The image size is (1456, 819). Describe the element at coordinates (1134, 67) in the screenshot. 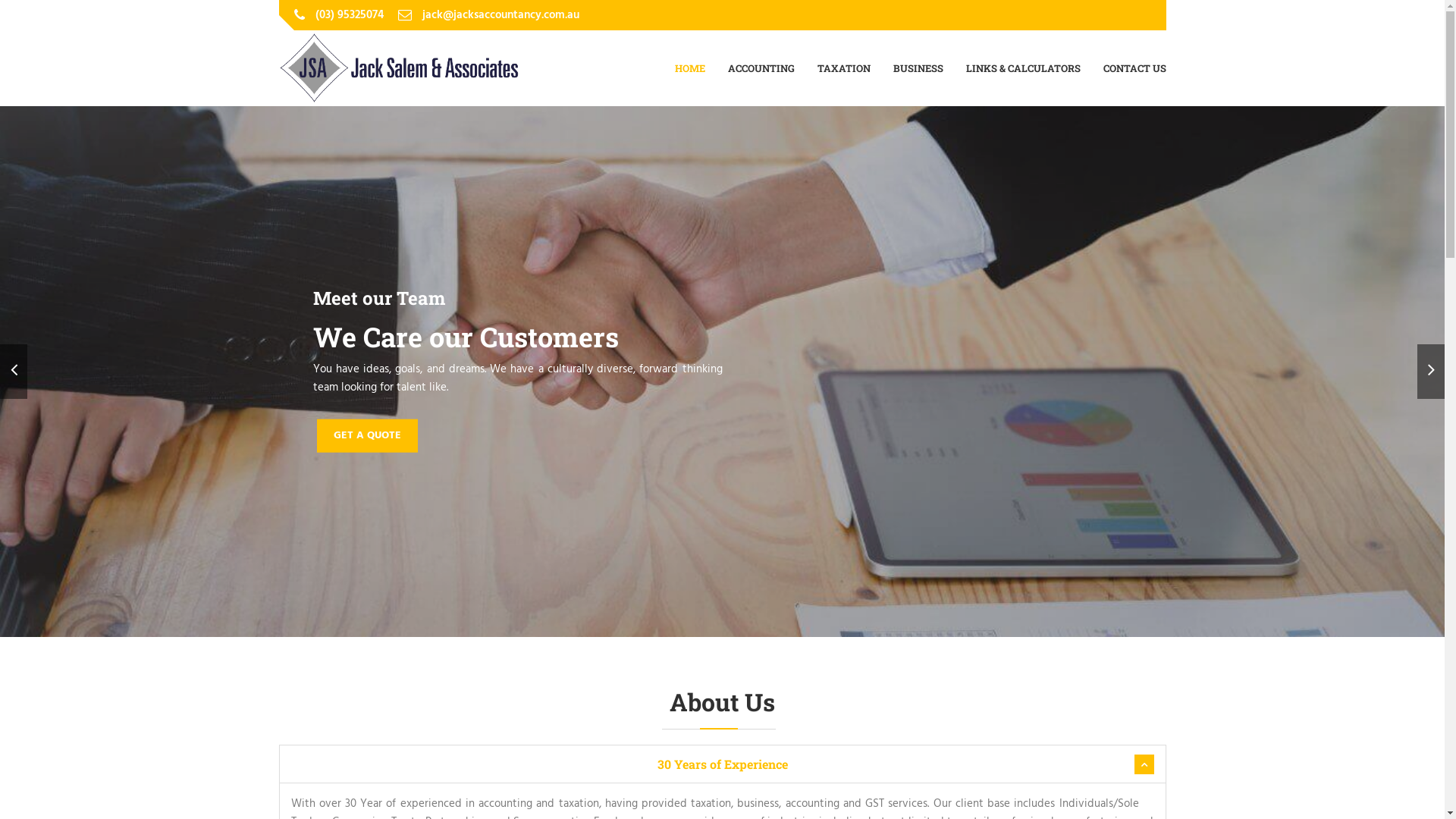

I see `'CONTACT US'` at that location.